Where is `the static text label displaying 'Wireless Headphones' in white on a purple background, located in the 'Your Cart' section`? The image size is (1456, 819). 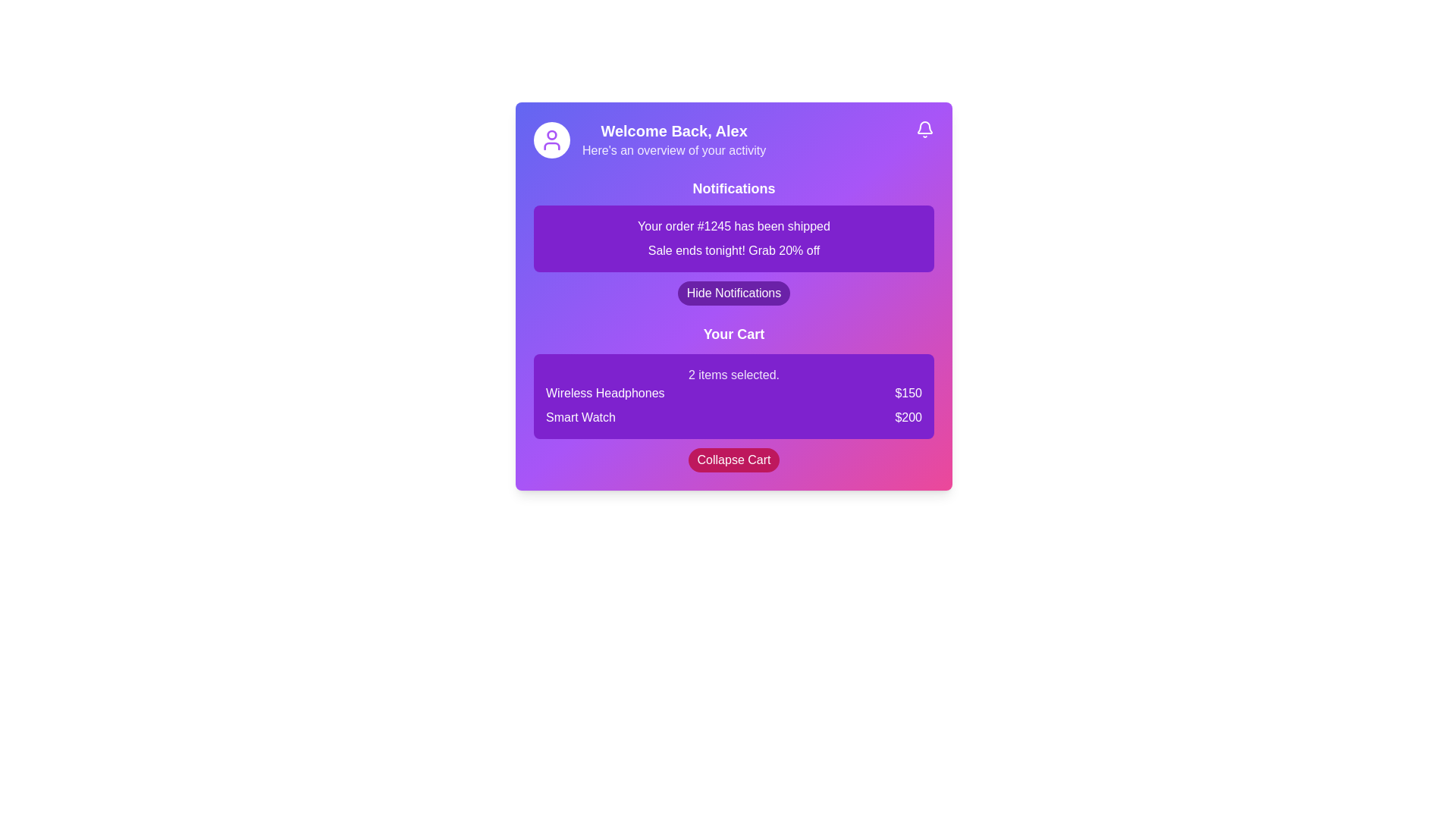 the static text label displaying 'Wireless Headphones' in white on a purple background, located in the 'Your Cart' section is located at coordinates (604, 393).